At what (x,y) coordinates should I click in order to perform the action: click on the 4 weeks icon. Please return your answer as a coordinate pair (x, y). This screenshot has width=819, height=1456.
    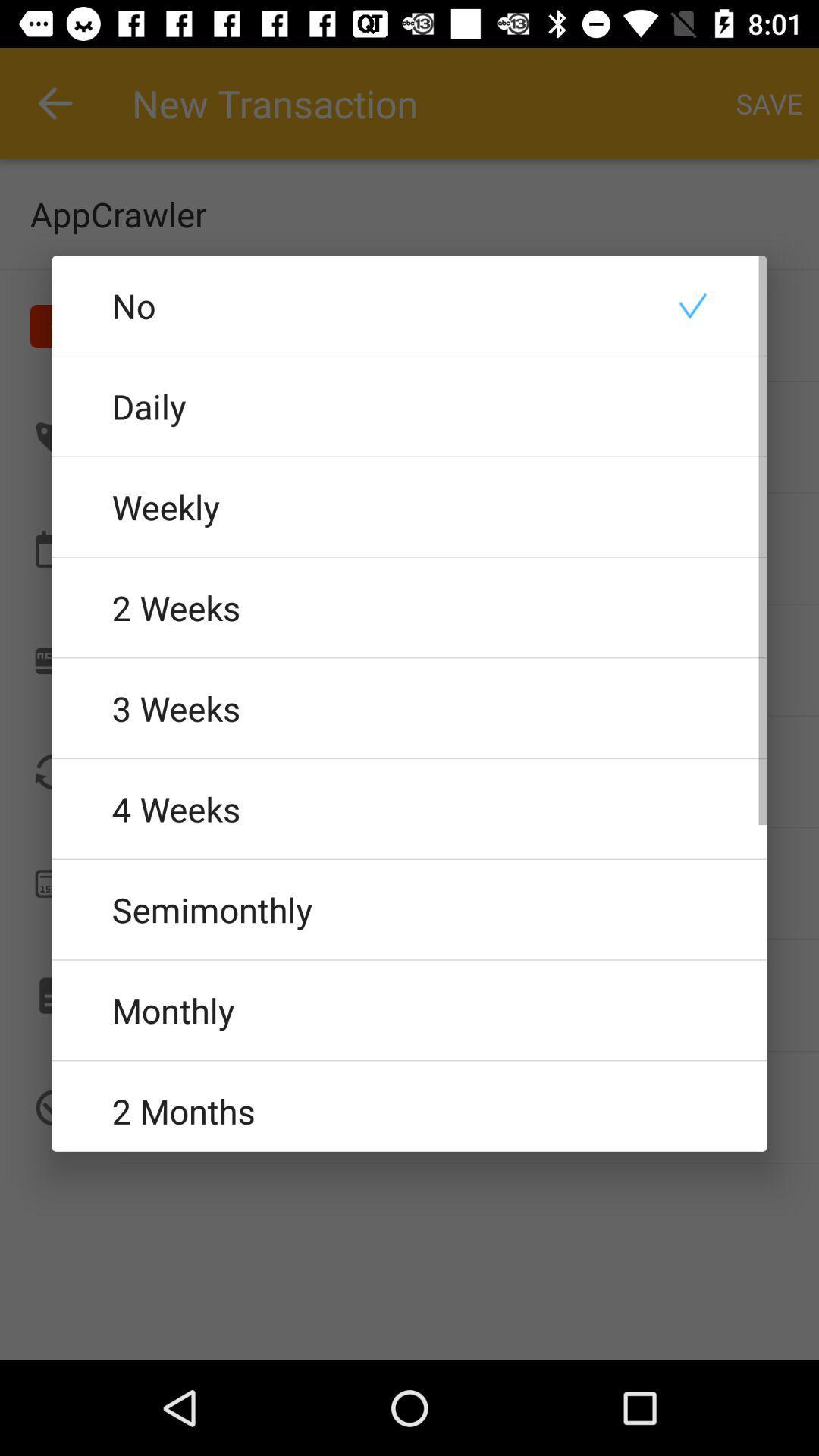
    Looking at the image, I should click on (409, 808).